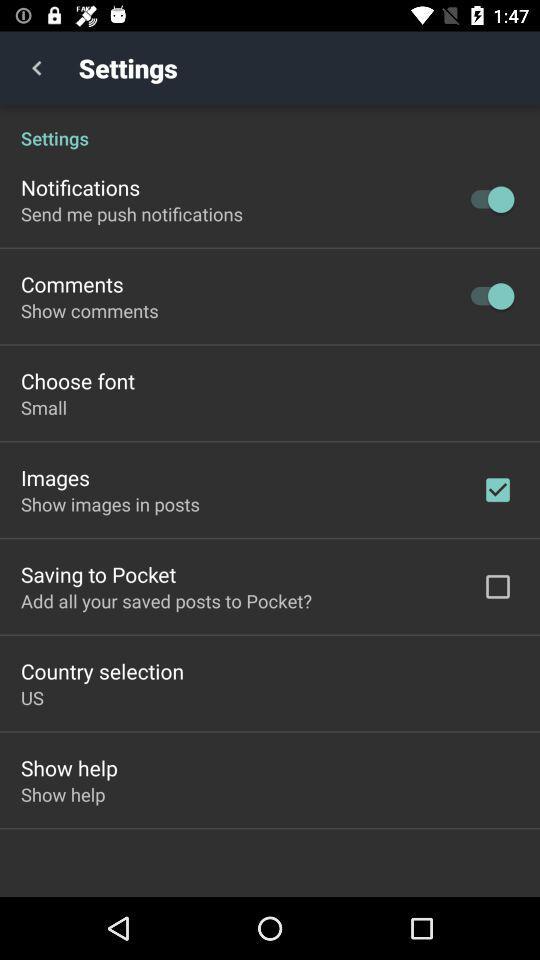  I want to click on country selection, so click(102, 671).